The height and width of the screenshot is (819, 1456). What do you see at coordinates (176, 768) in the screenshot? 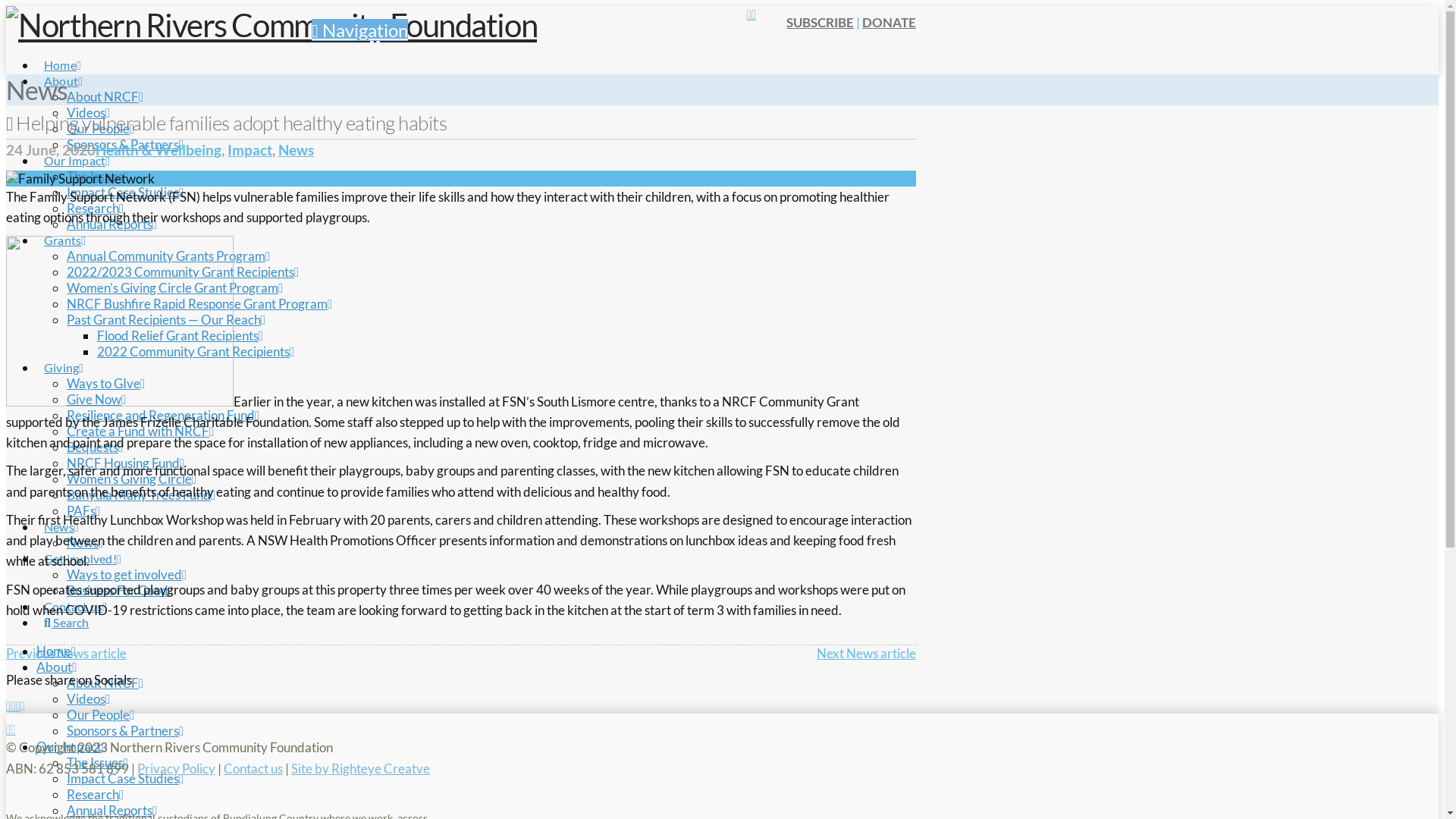
I see `'Privacy Policy'` at bounding box center [176, 768].